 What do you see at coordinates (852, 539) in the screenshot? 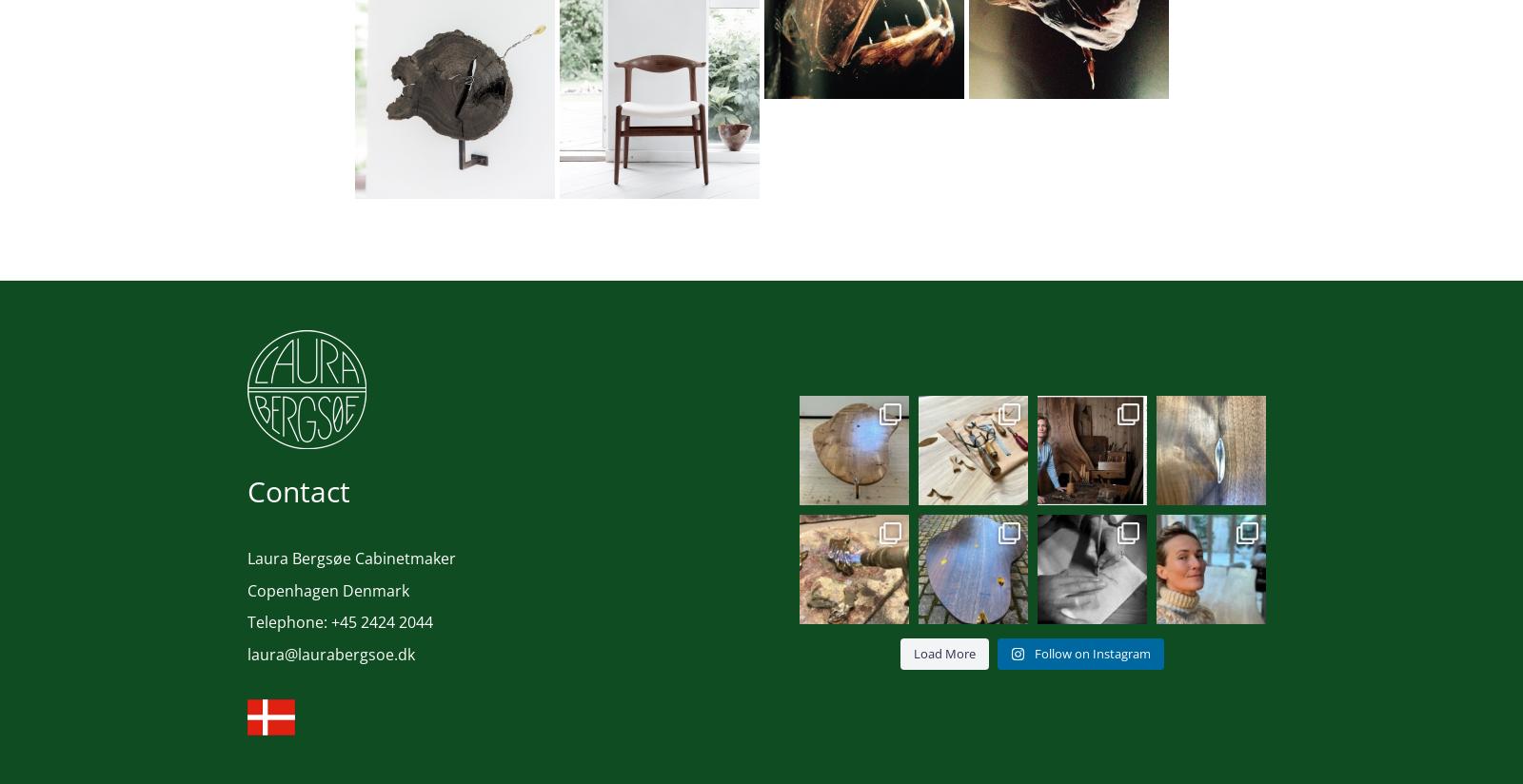
I see `'Bronze   and   slab   of   elm💛   #handcrafted  ...'` at bounding box center [852, 539].